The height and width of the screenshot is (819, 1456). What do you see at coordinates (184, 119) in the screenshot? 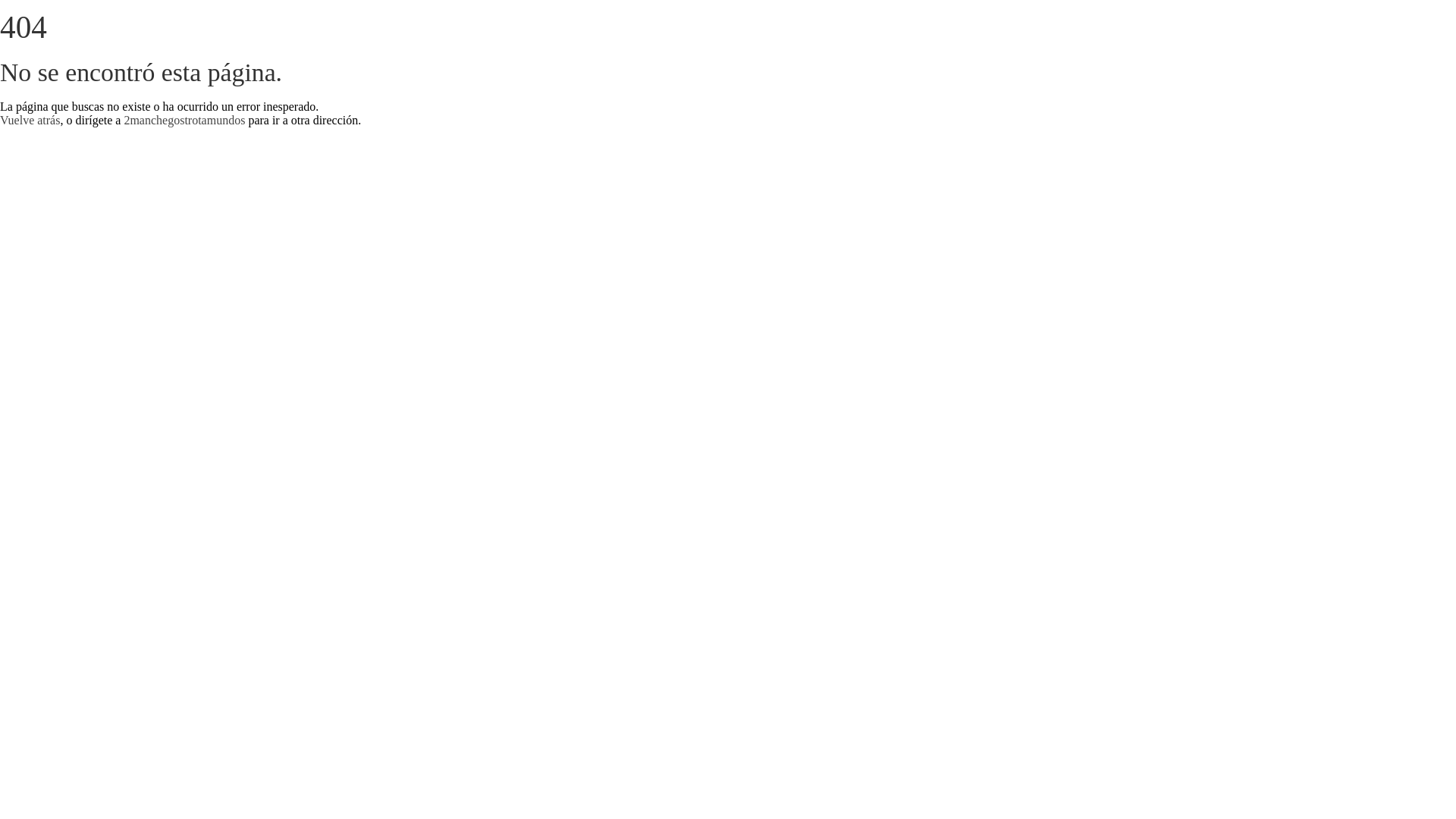
I see `'2manchegostrotamundos'` at bounding box center [184, 119].